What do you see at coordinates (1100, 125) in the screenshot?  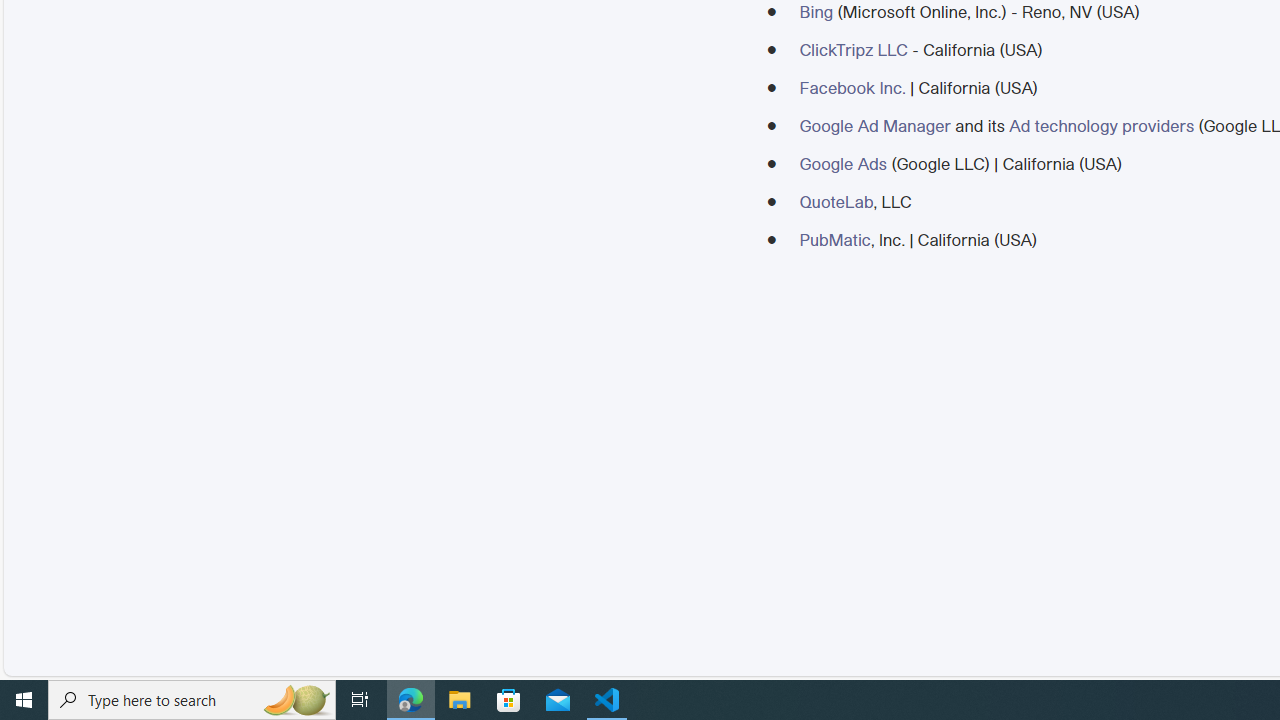 I see `'Ad technology providers'` at bounding box center [1100, 125].